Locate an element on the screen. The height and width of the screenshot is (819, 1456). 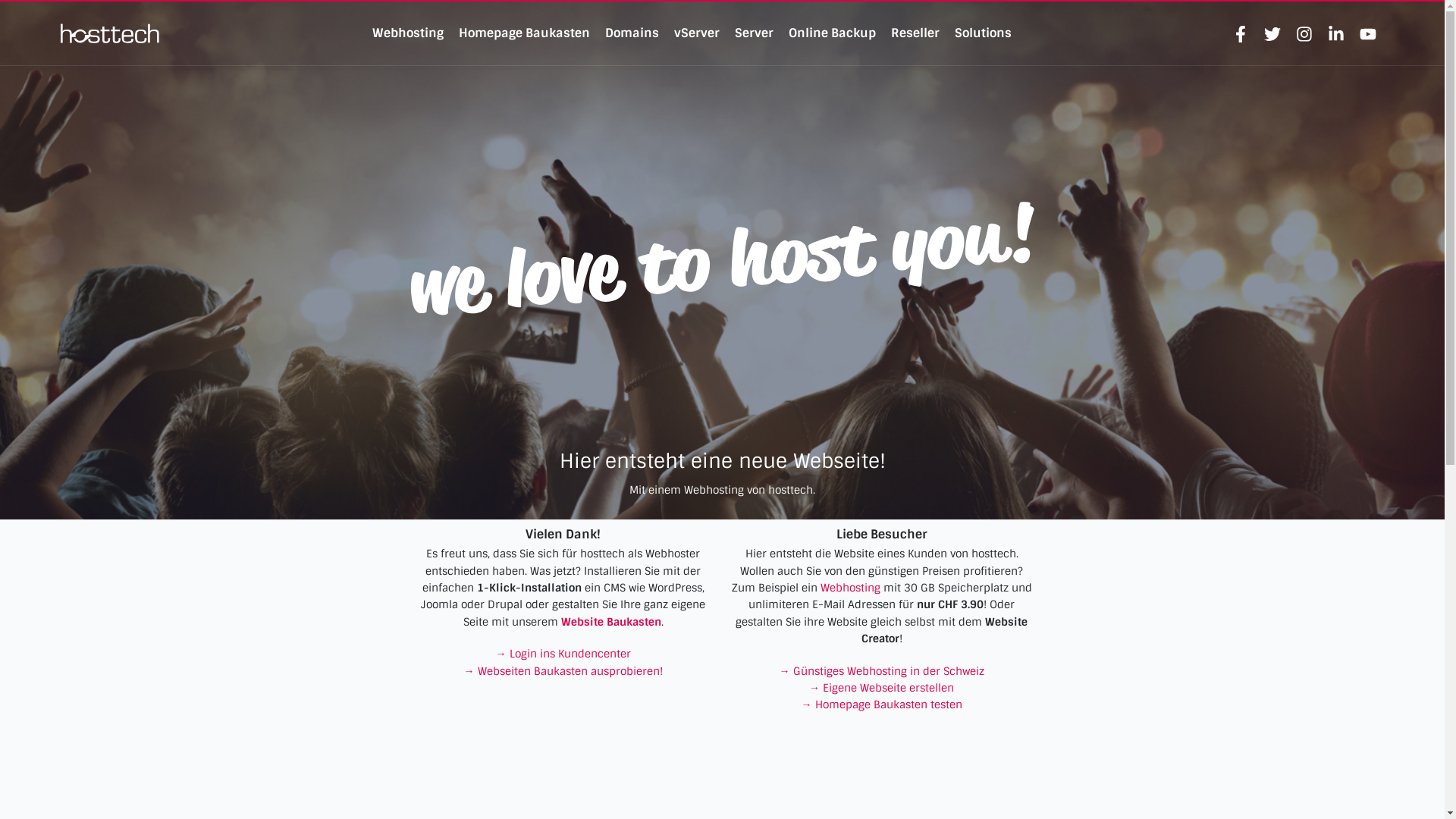
'vServer' is located at coordinates (695, 33).